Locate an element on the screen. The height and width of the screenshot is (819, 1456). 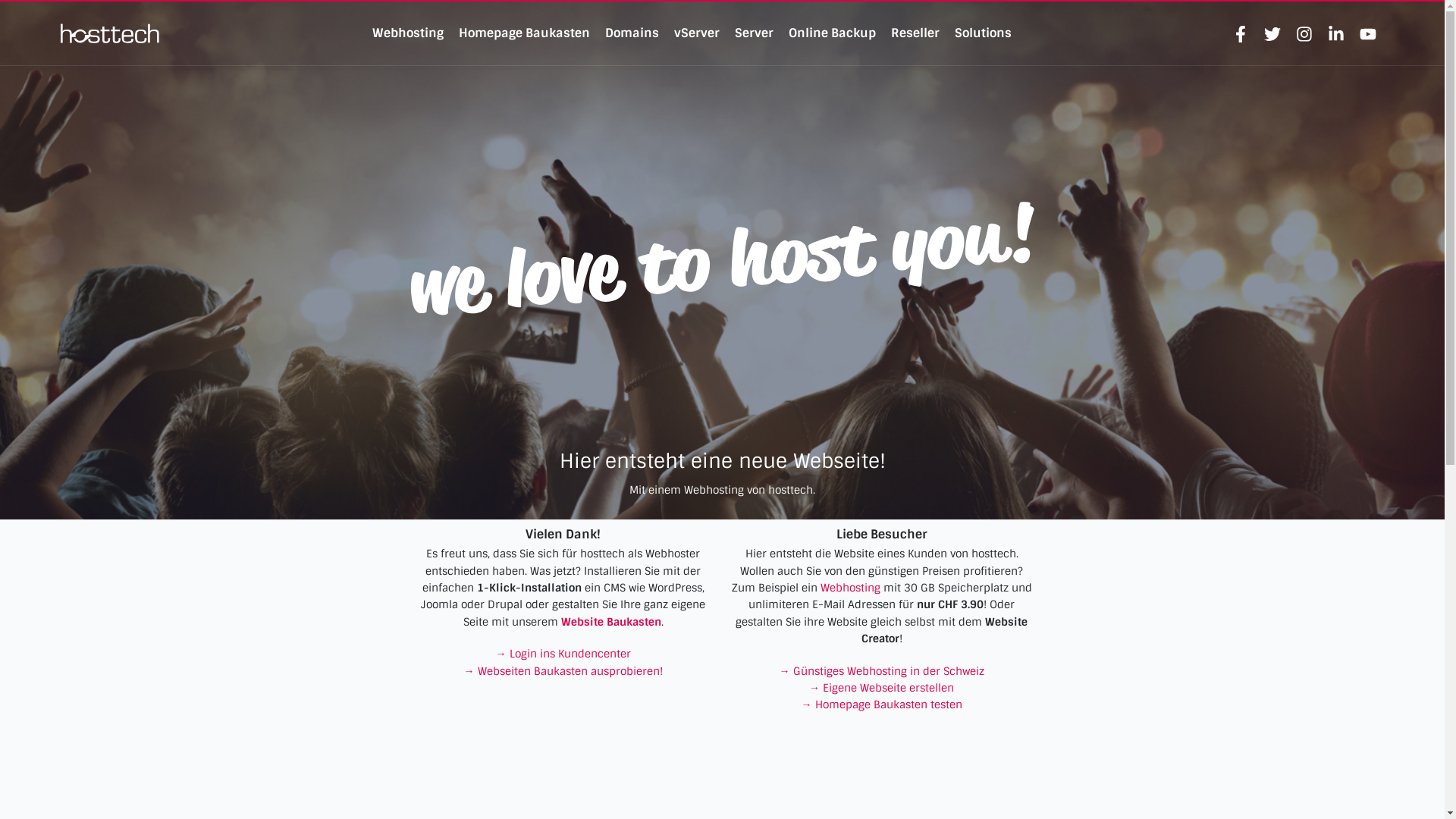
'vServer' is located at coordinates (695, 33).